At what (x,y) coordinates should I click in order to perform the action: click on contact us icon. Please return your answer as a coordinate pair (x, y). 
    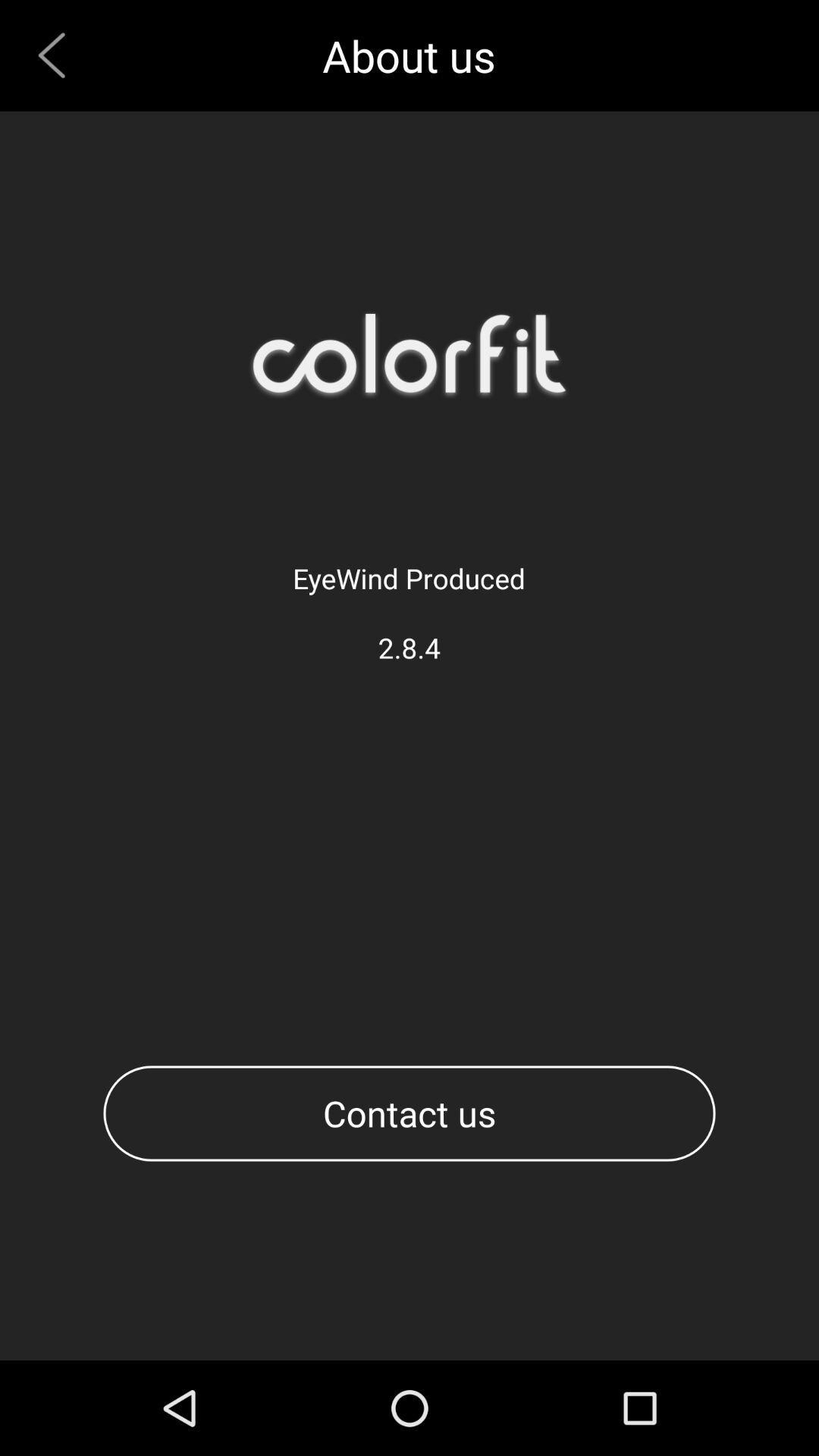
    Looking at the image, I should click on (409, 1113).